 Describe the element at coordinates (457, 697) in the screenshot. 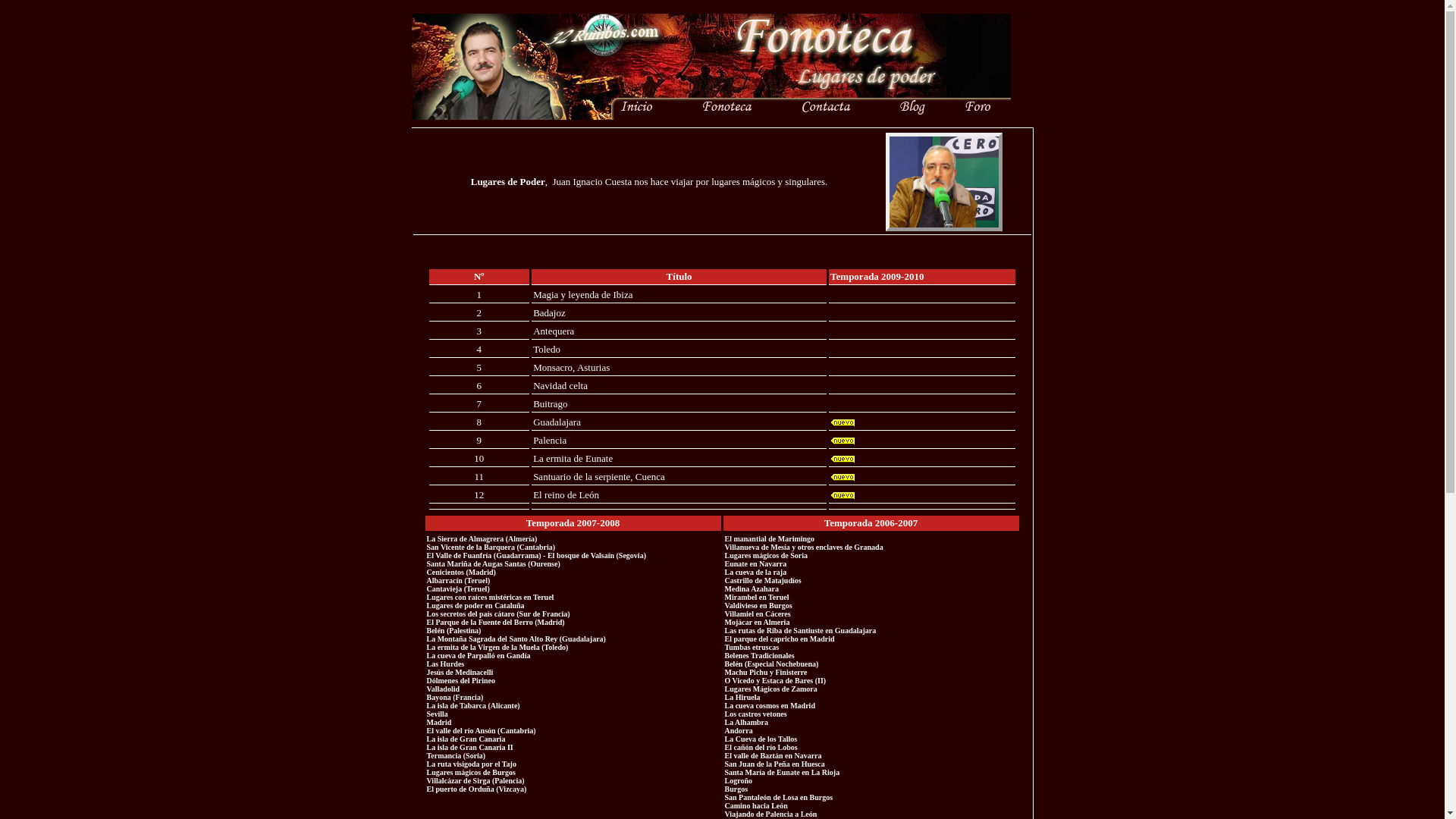

I see `'Bayona (Francia)   '` at that location.